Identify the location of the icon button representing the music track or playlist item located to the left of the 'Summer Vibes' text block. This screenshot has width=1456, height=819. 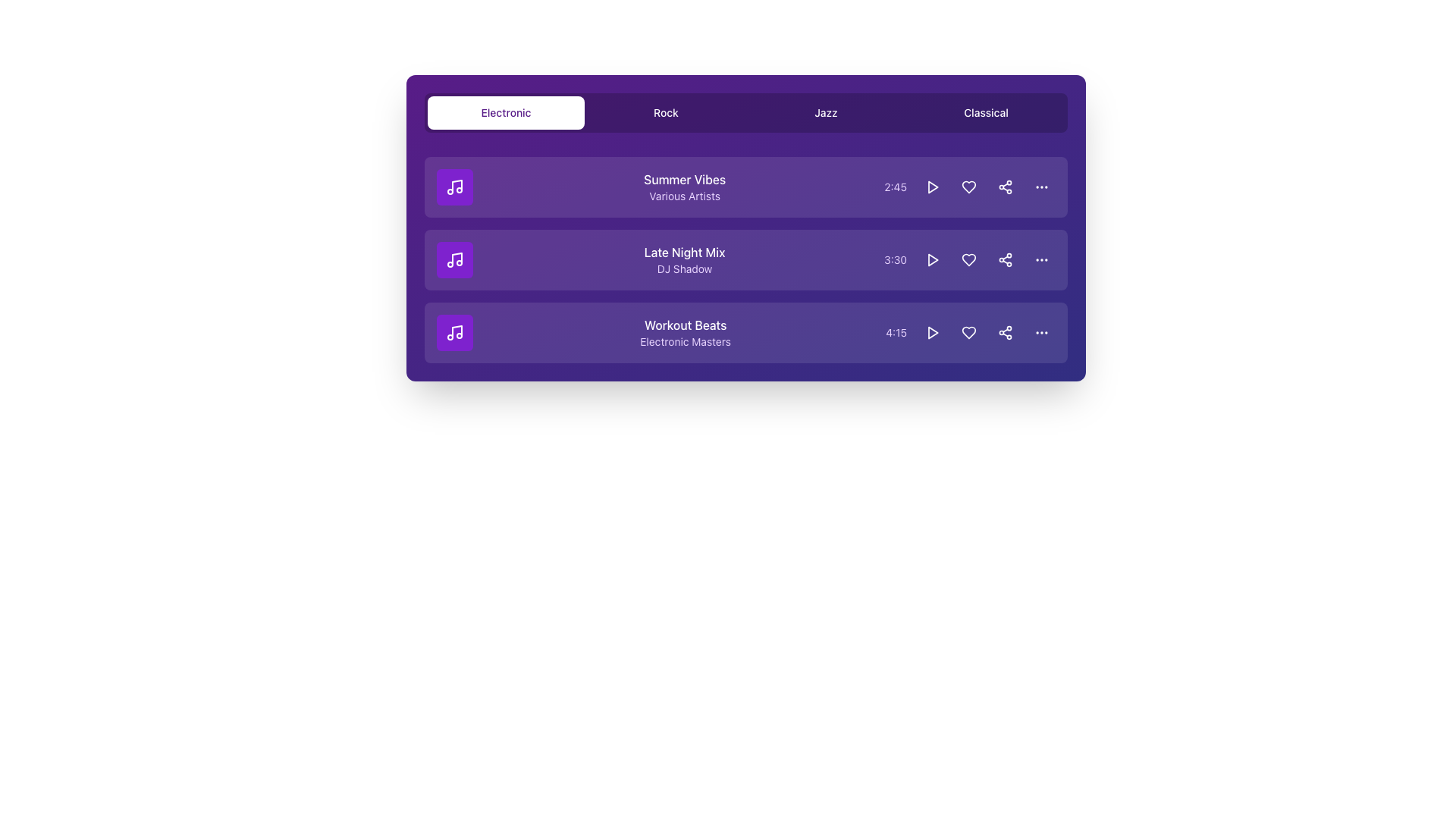
(454, 186).